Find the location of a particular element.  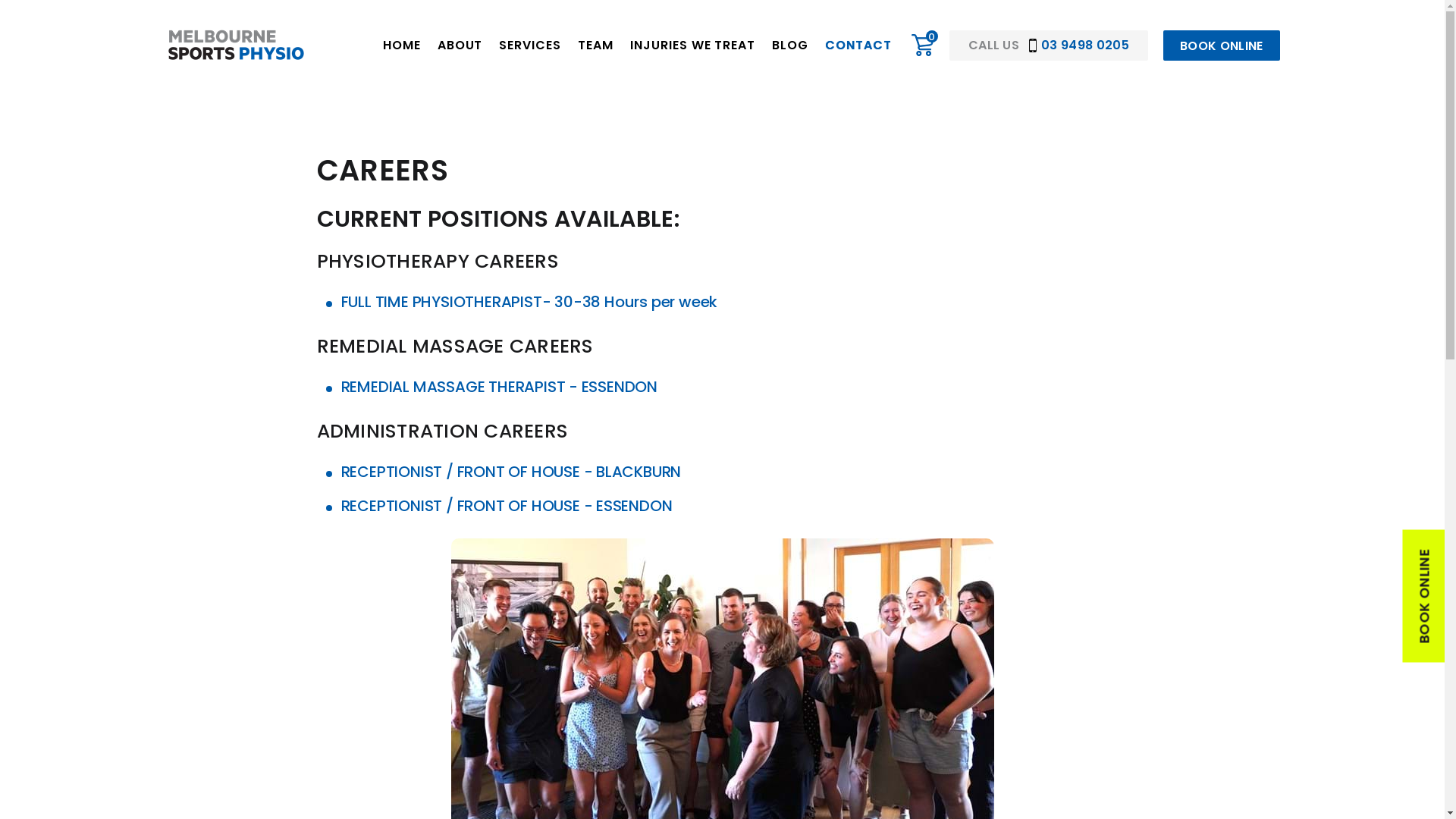

'HOME' is located at coordinates (401, 45).